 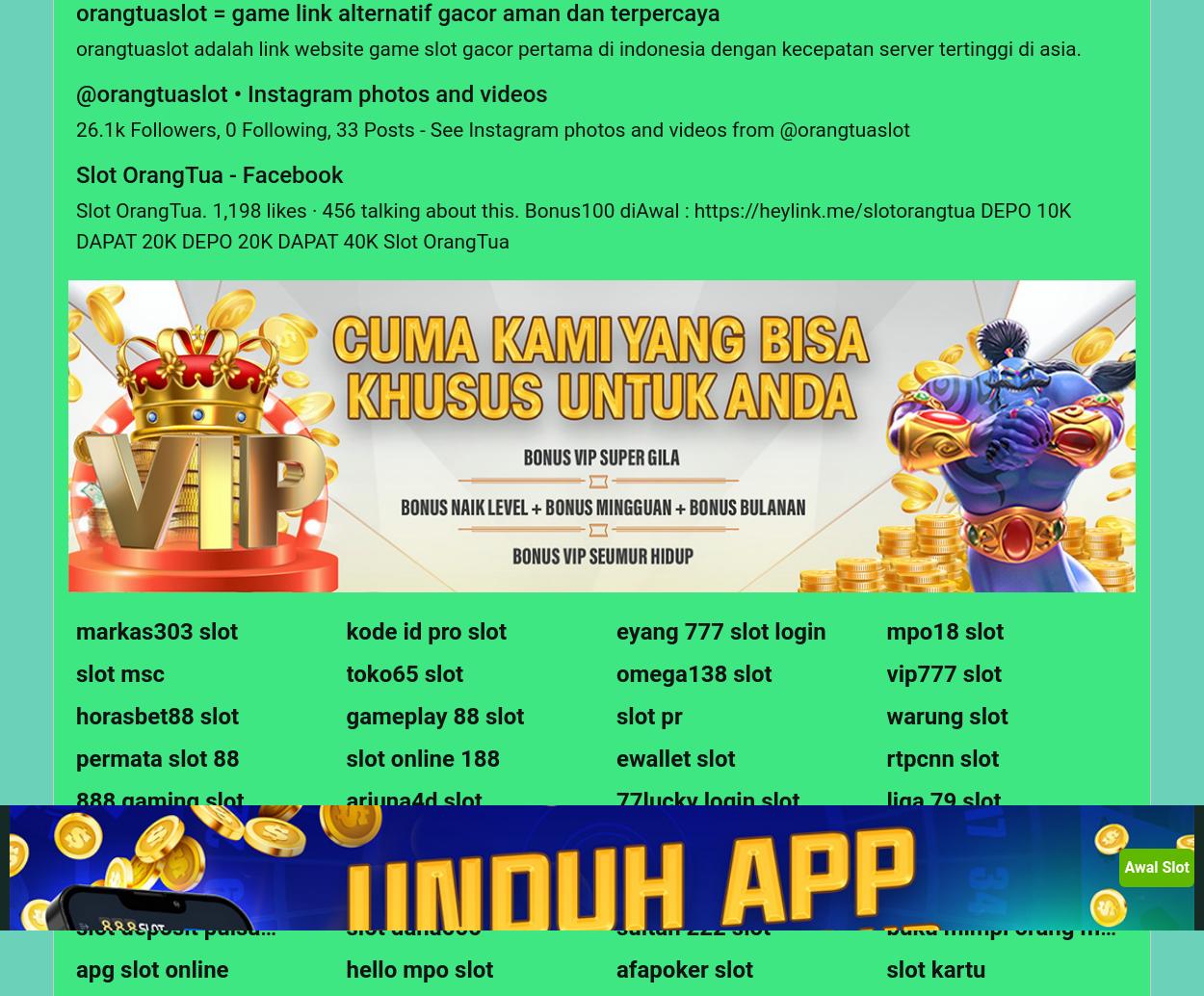 I want to click on 'mpo18 slot', so click(x=944, y=631).